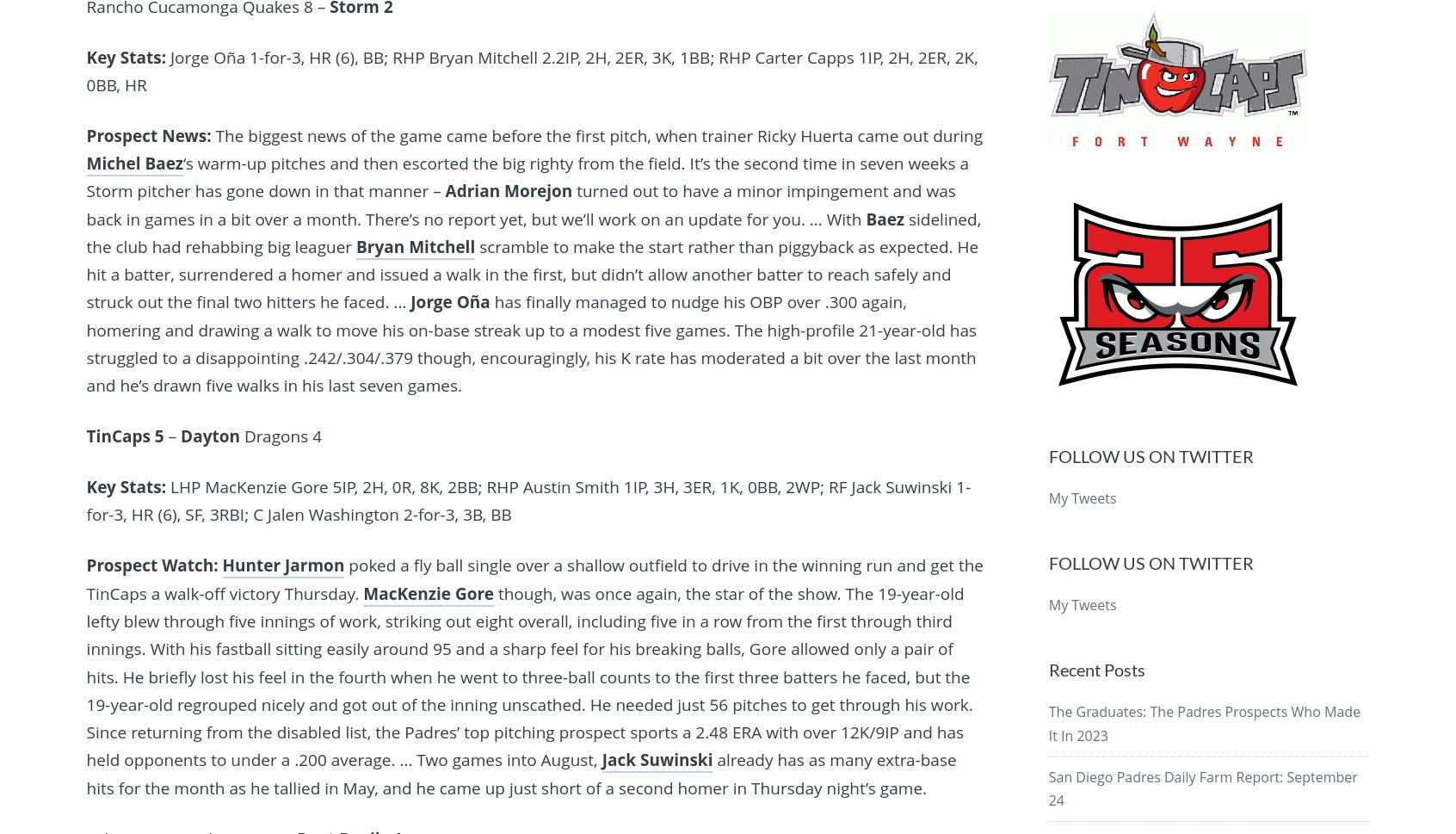 The image size is (1456, 834). What do you see at coordinates (531, 273) in the screenshot?
I see `'scramble to make the start rather than piggyback as expected. He hit a batter, surrendered a homer and issued a walk in the first, but didn’t allow another batter to reach safely and struck out the final two hitters he faced. …'` at bounding box center [531, 273].